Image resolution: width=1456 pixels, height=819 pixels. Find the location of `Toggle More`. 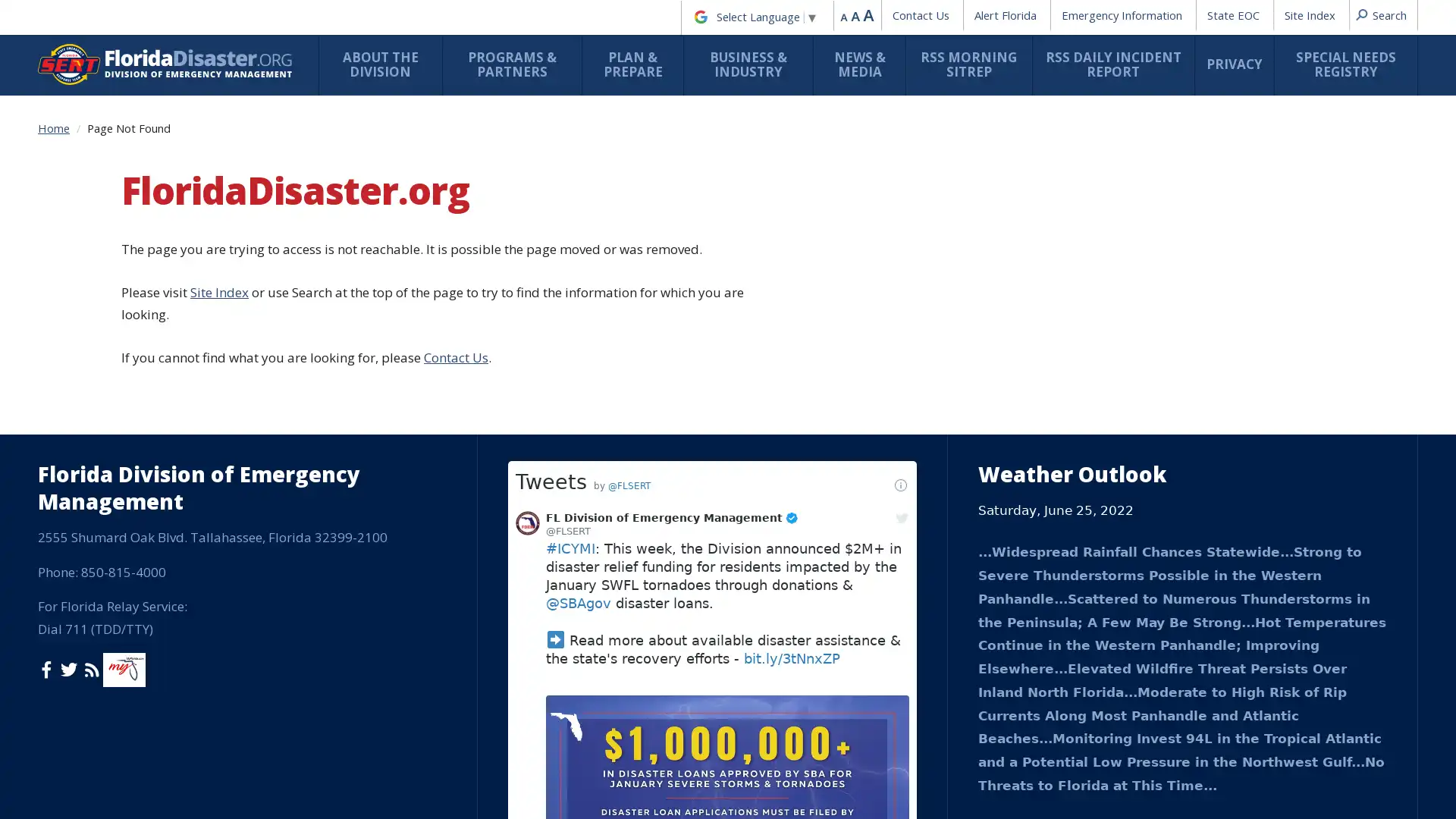

Toggle More is located at coordinates (719, 304).